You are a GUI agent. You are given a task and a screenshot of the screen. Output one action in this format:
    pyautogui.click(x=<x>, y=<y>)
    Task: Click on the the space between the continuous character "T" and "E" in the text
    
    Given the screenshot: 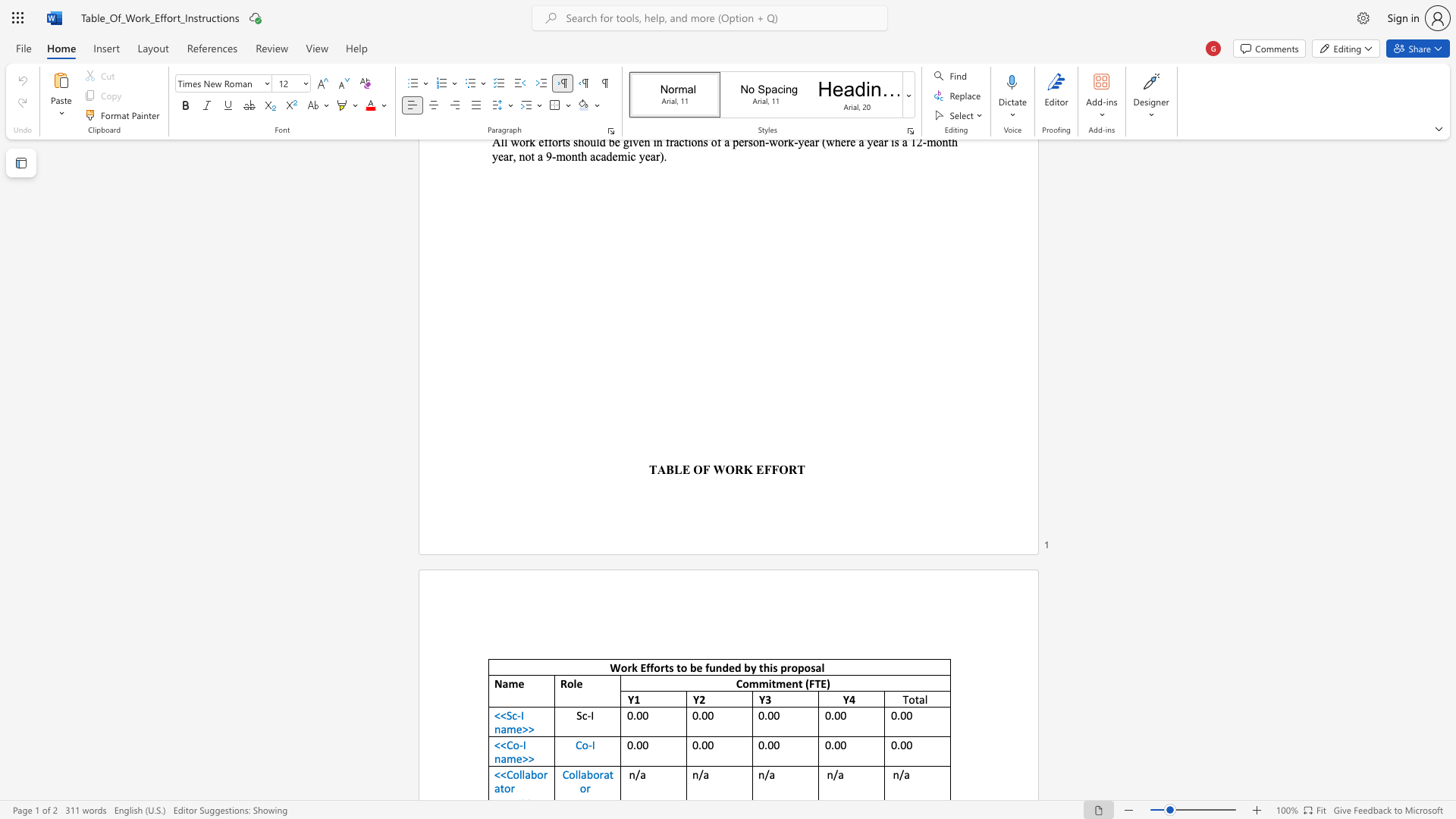 What is the action you would take?
    pyautogui.click(x=820, y=683)
    